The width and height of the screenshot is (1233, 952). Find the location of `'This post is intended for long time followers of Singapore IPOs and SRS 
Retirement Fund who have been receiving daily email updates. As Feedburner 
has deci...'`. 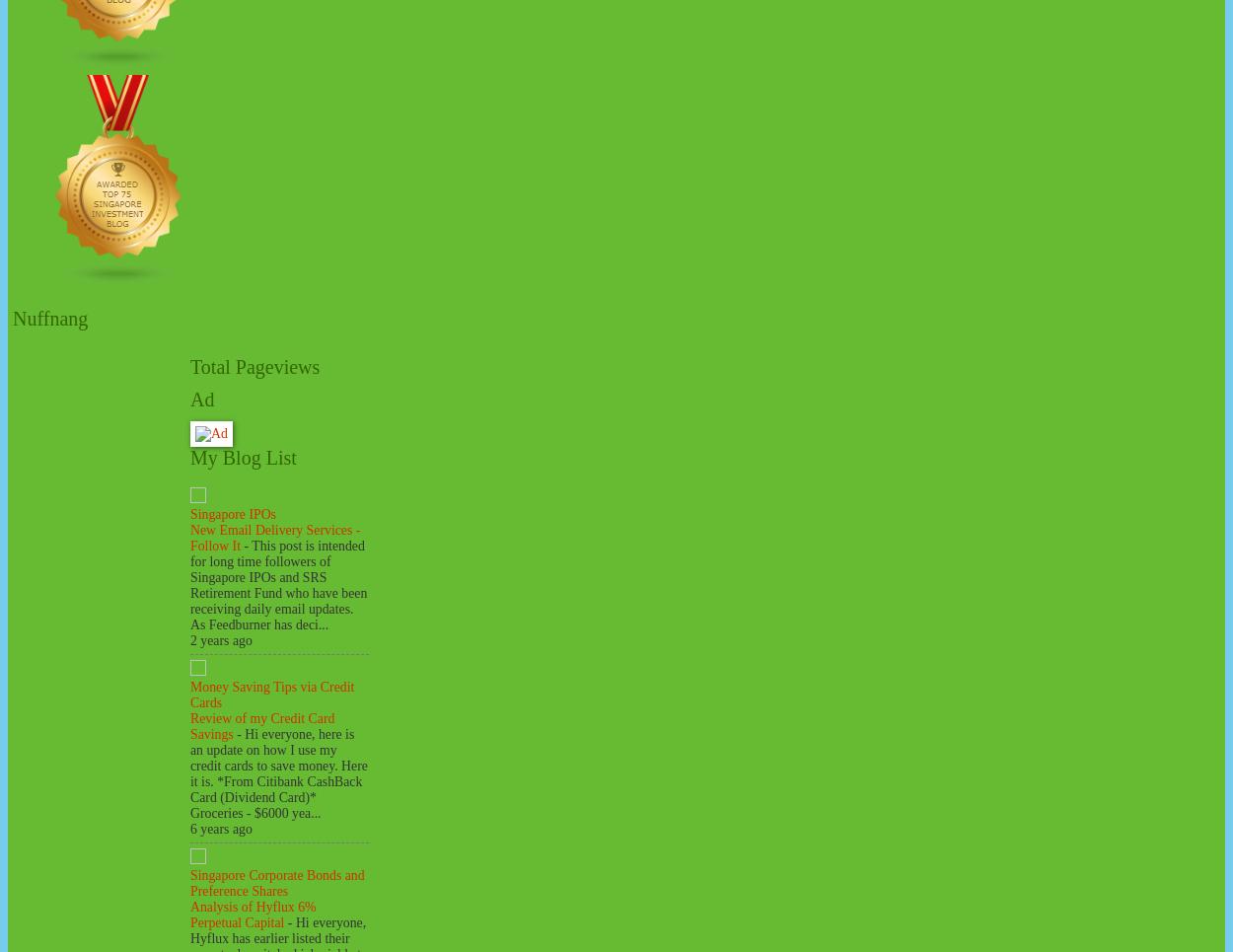

'This post is intended for long time followers of Singapore IPOs and SRS 
Retirement Fund who have been receiving daily email updates. As Feedburner 
has deci...' is located at coordinates (278, 585).